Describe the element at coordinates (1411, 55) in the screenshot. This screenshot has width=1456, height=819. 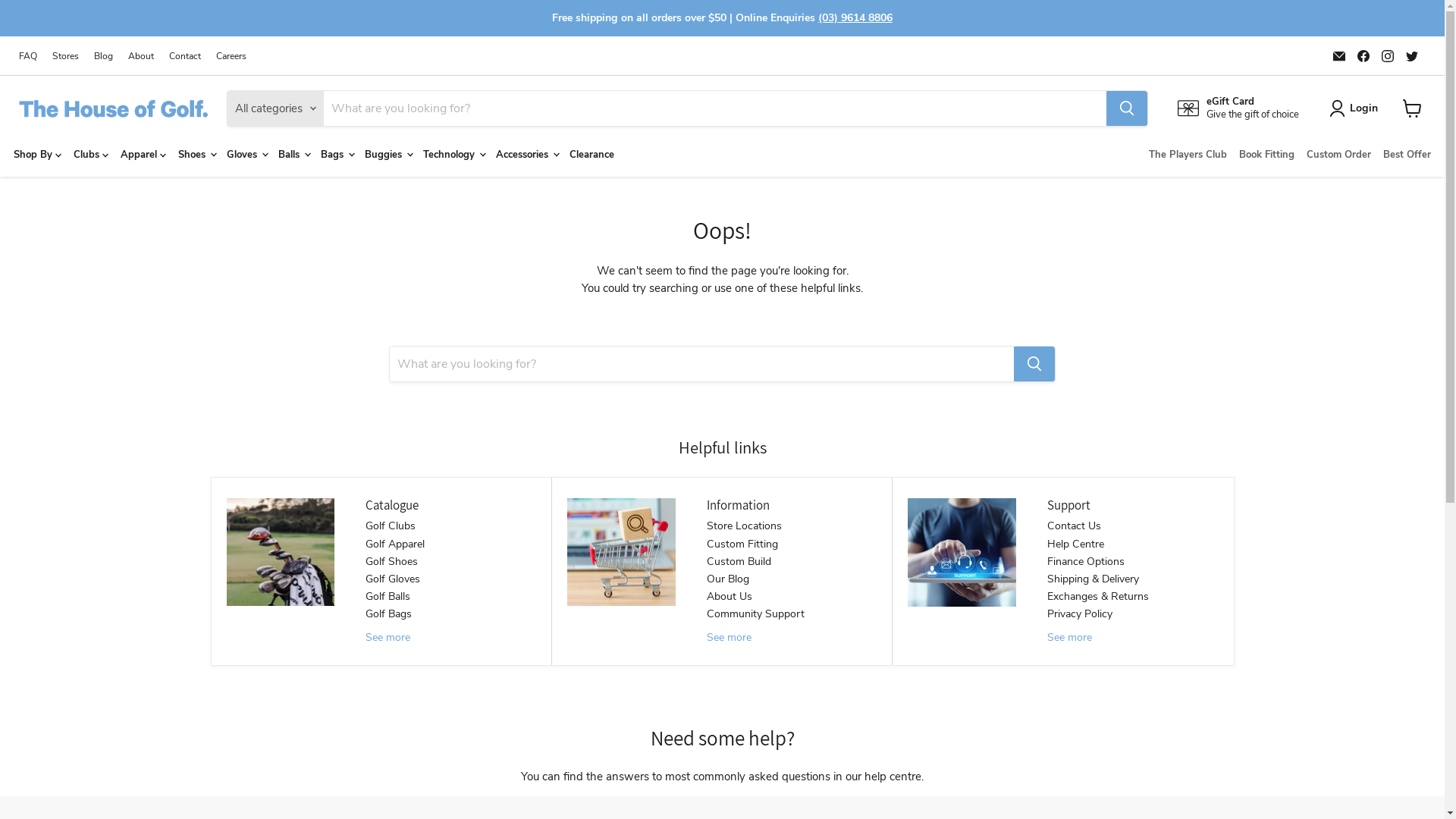
I see `'Find us on Twitter'` at that location.